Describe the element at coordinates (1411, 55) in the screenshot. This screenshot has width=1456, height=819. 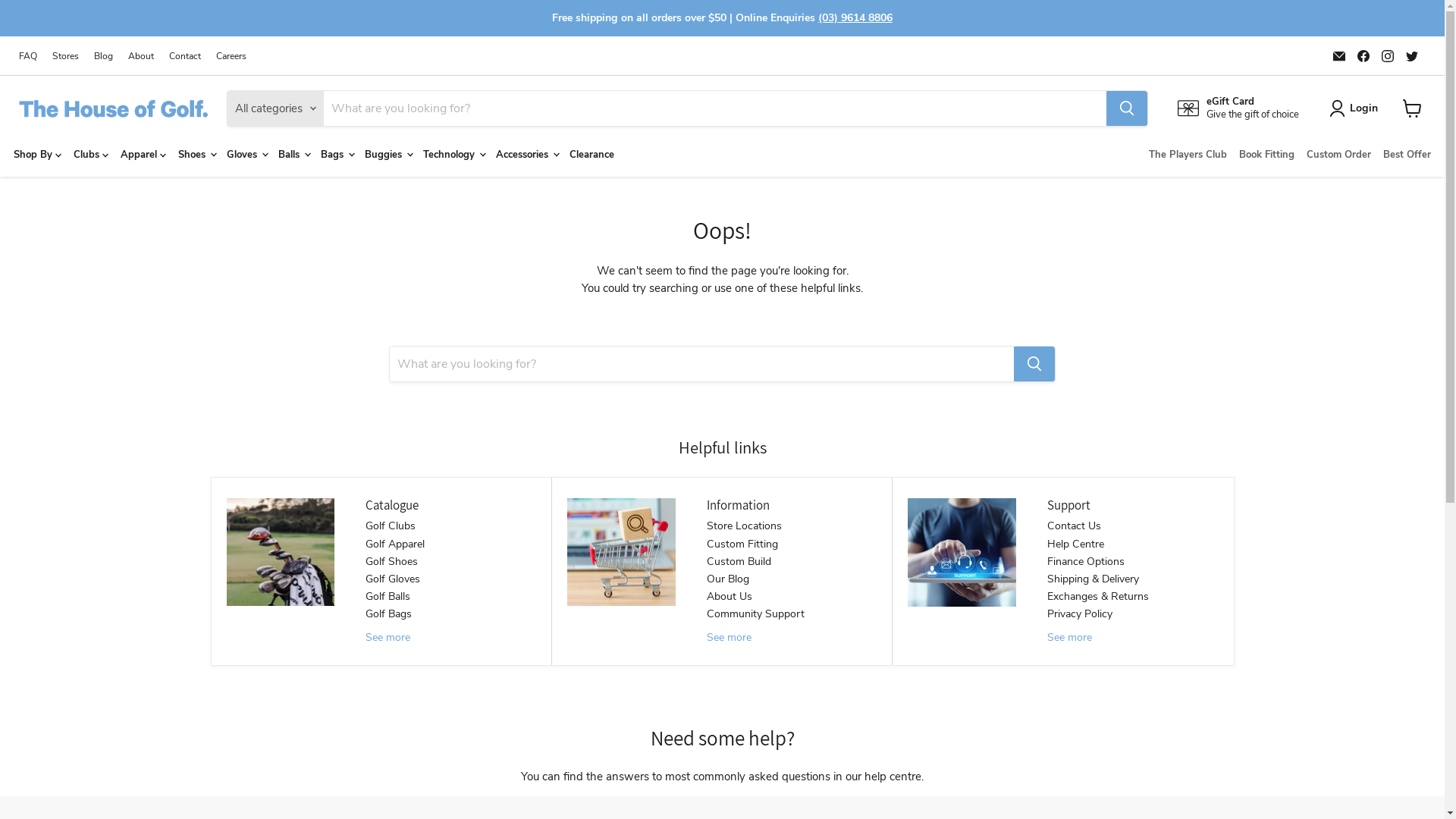
I see `'Find us on Twitter'` at that location.